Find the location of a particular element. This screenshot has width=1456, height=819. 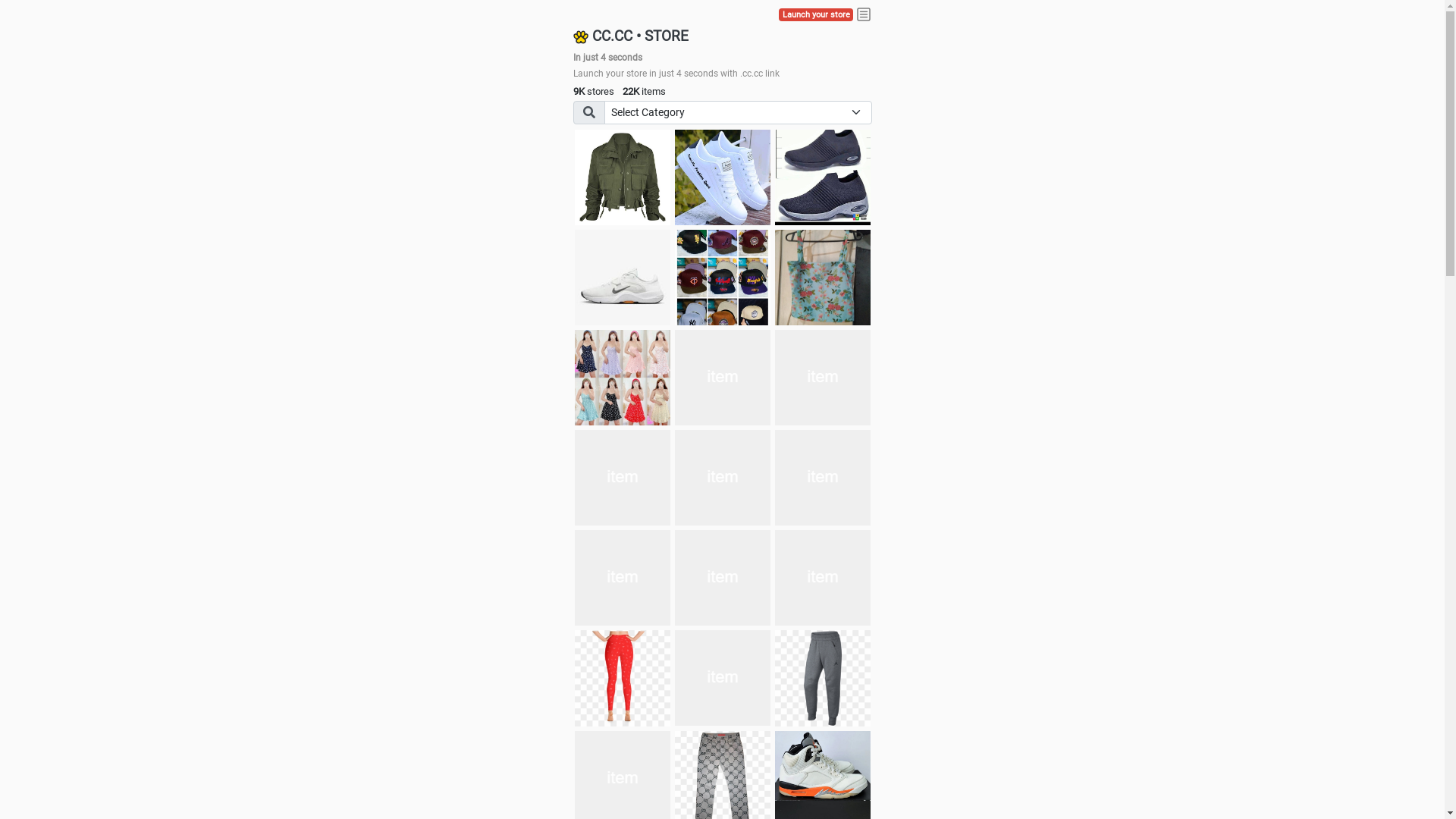

'jacket' is located at coordinates (574, 177).